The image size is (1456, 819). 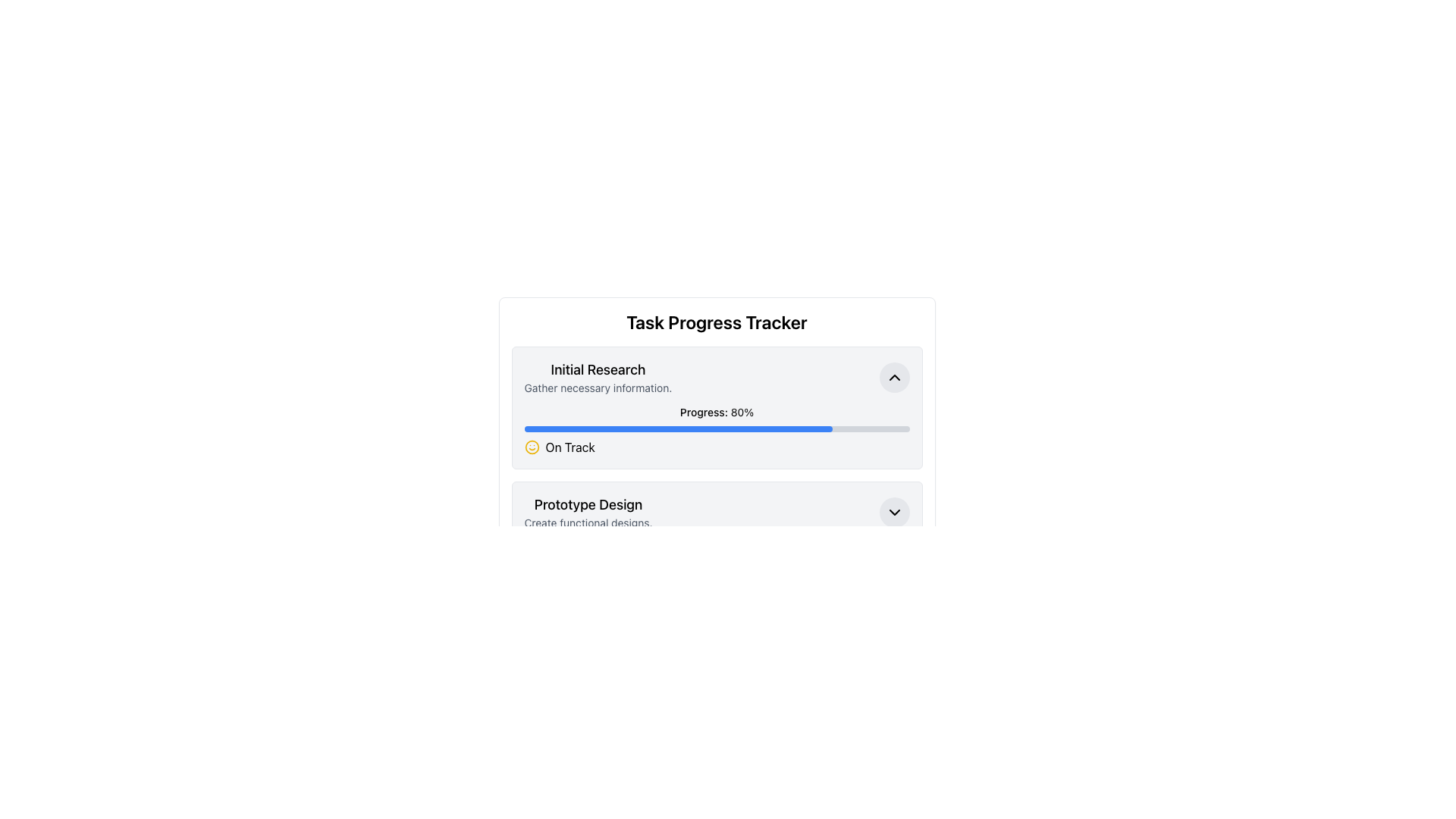 What do you see at coordinates (677, 429) in the screenshot?
I see `progress represented by the 'Progress: 80%' bar located in the 'Initial Research' section, which visually indicates 80% completion` at bounding box center [677, 429].